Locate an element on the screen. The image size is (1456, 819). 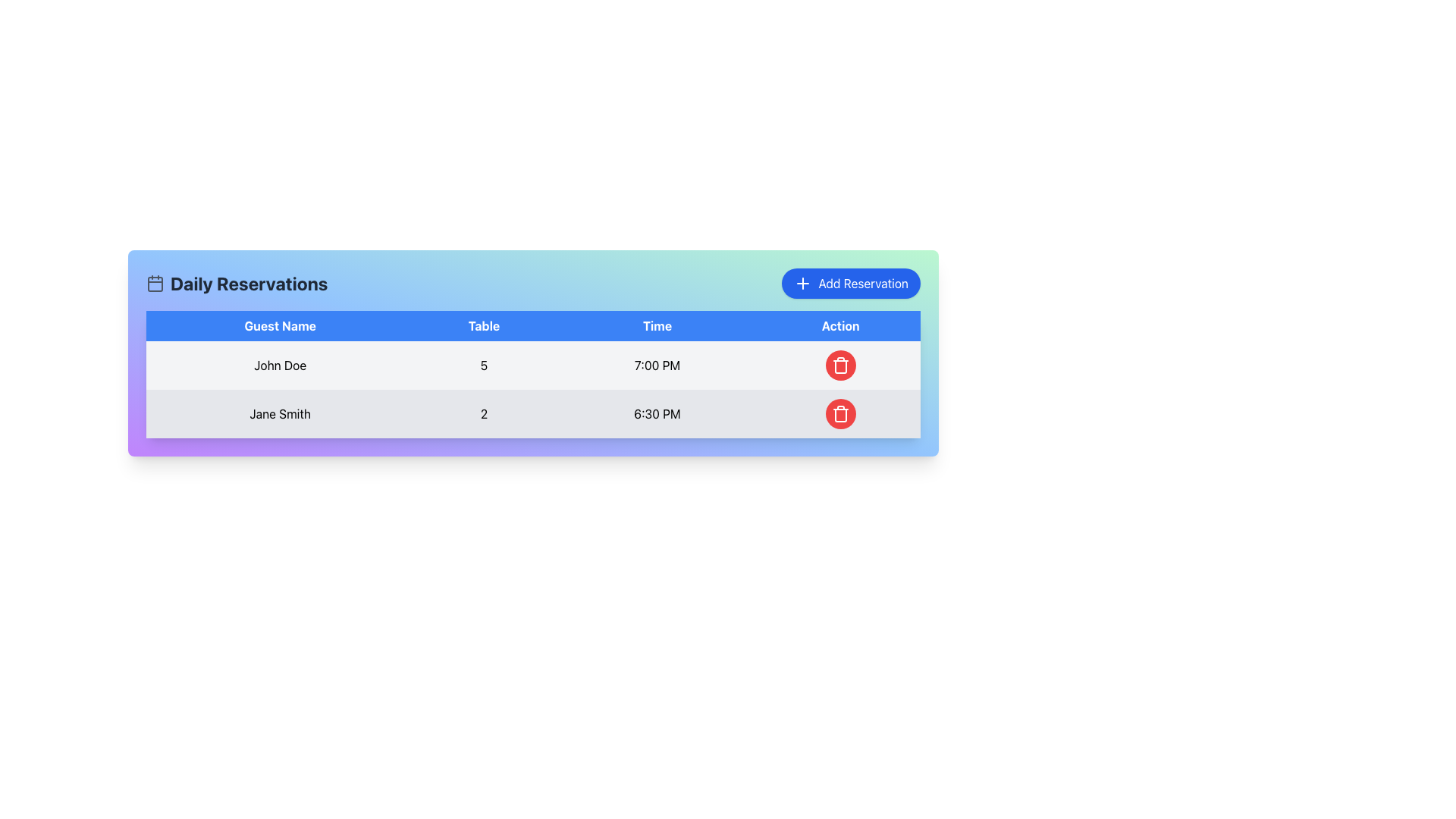
the 'Guest Name' Table Header, which is the first header column in a table with a blue background and white bold text is located at coordinates (280, 325).